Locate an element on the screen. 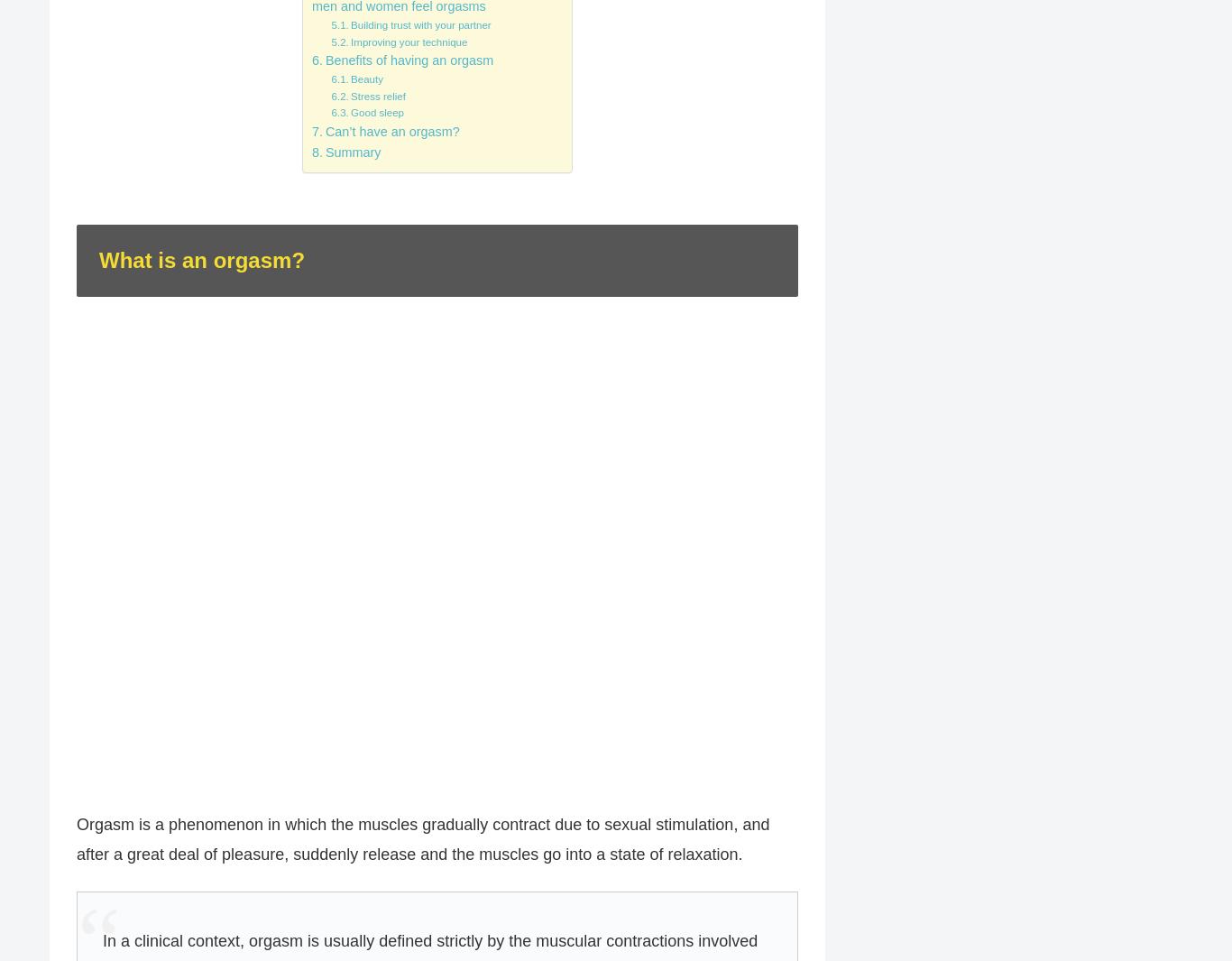 The height and width of the screenshot is (961, 1232). 'Improving your technique' is located at coordinates (408, 41).